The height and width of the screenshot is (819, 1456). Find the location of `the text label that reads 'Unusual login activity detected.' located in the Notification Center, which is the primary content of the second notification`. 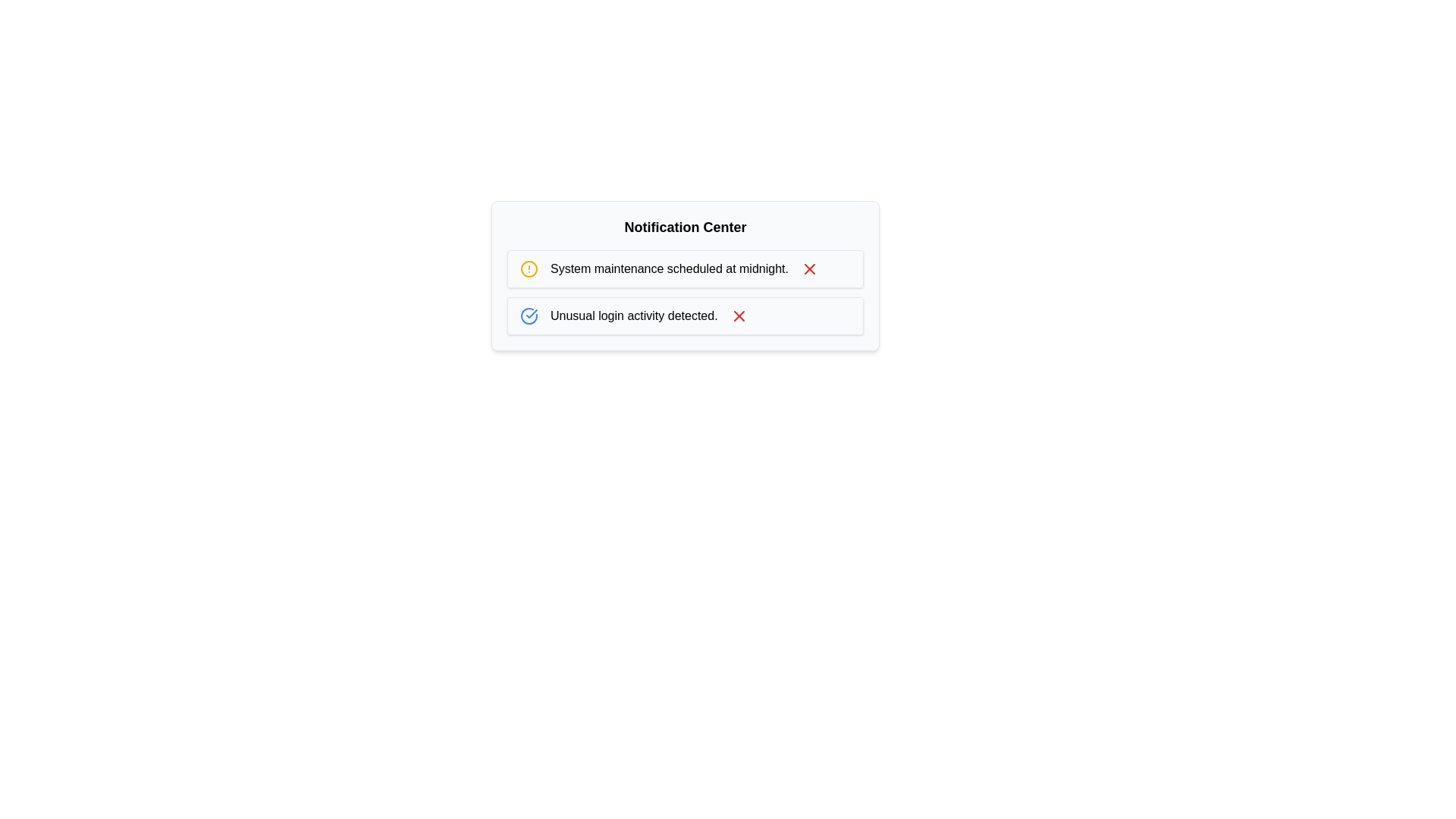

the text label that reads 'Unusual login activity detected.' located in the Notification Center, which is the primary content of the second notification is located at coordinates (634, 315).